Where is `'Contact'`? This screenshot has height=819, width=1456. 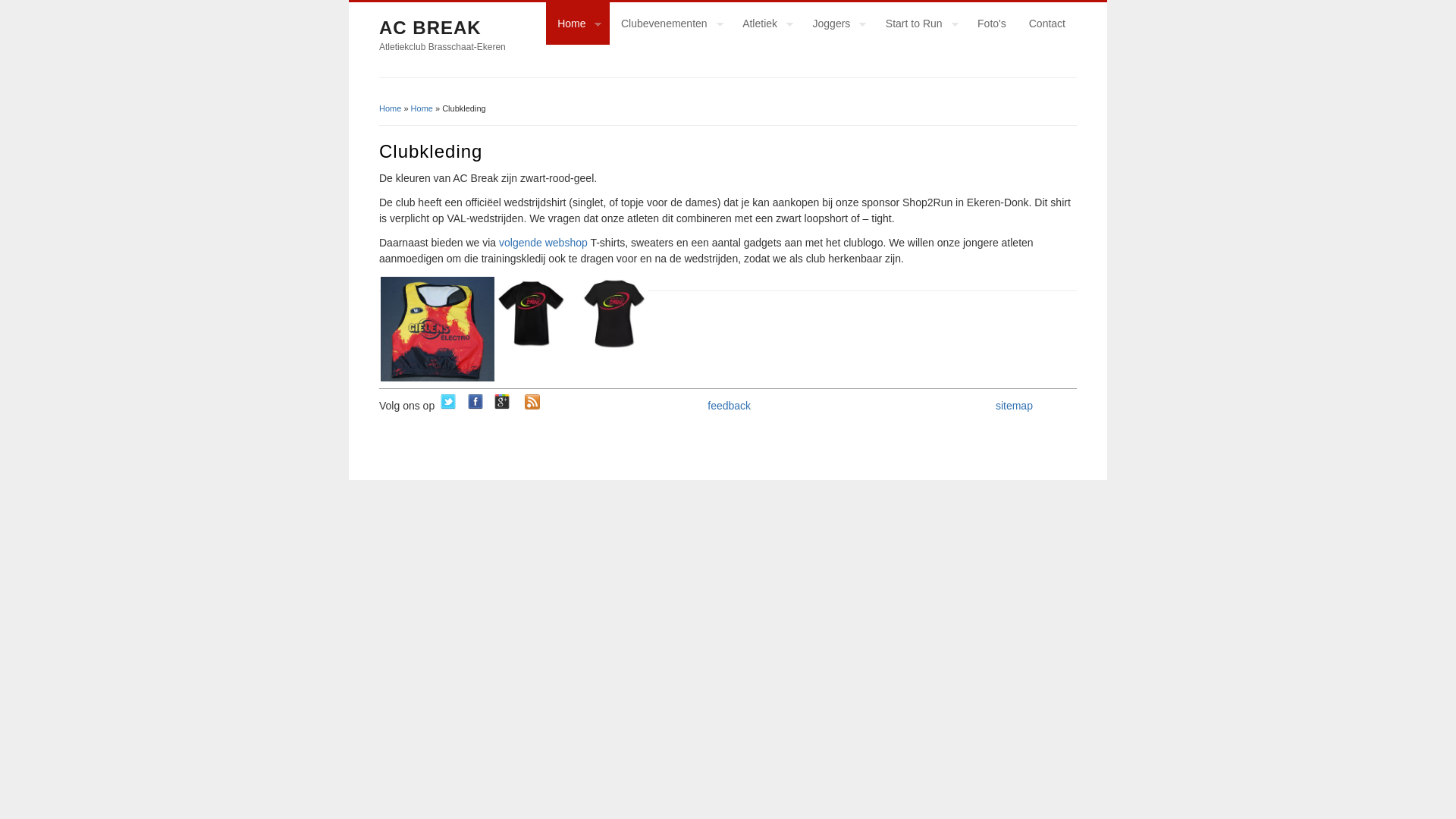 'Contact' is located at coordinates (1046, 23).